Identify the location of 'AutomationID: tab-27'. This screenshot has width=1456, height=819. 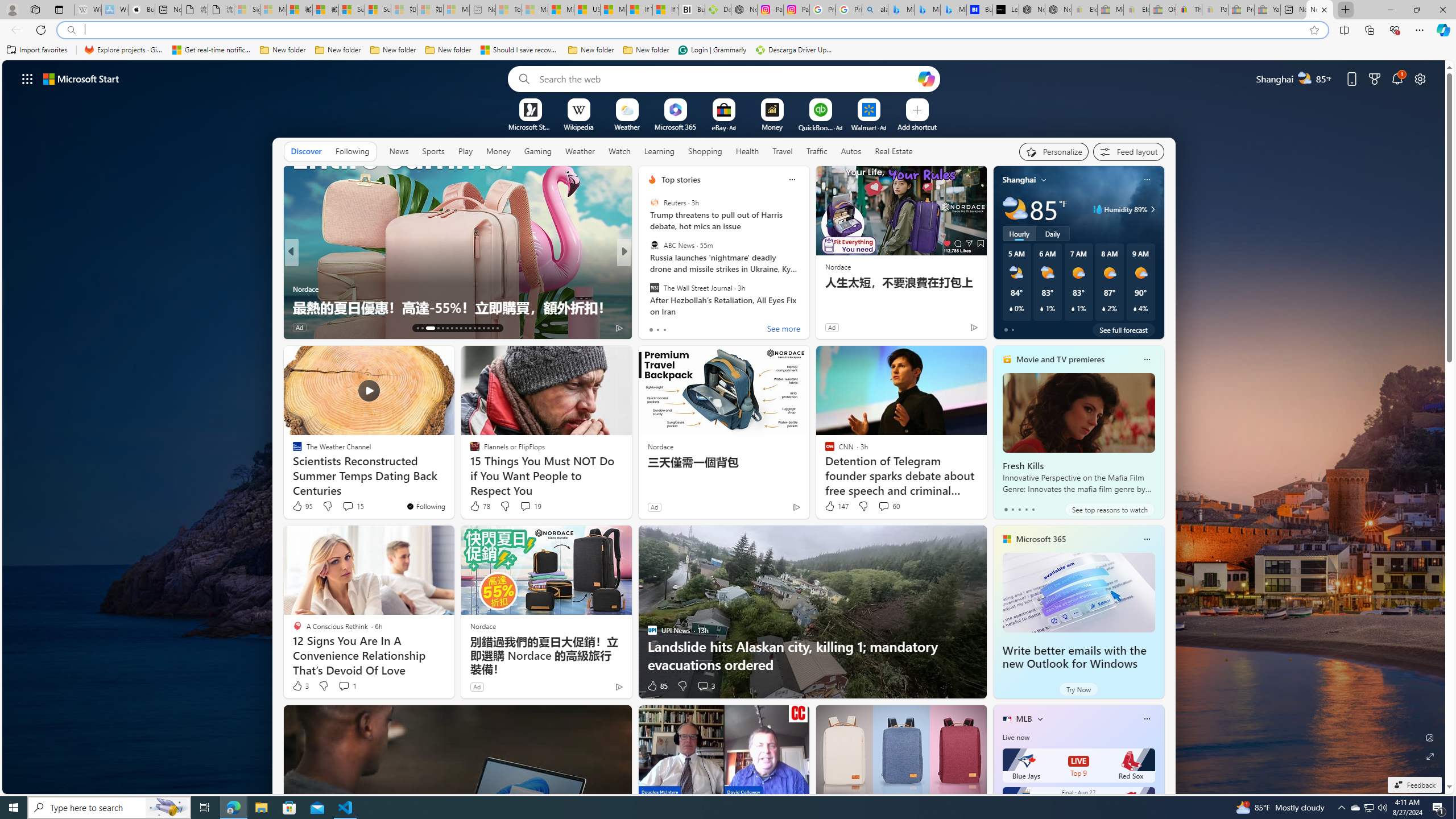
(487, 328).